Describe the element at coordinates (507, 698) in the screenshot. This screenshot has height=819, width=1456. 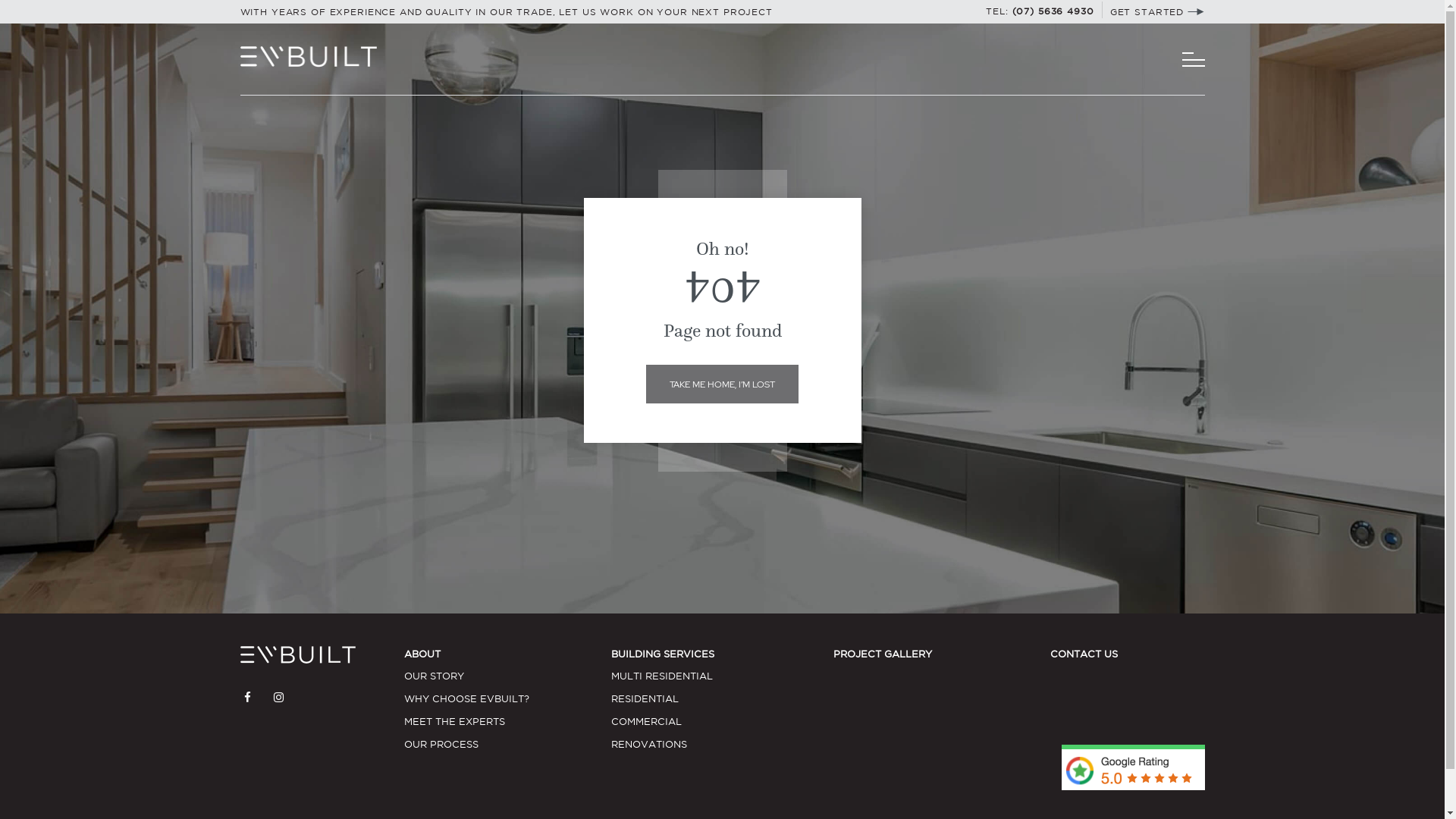
I see `'WHY CHOOSE EVBUILT?'` at that location.